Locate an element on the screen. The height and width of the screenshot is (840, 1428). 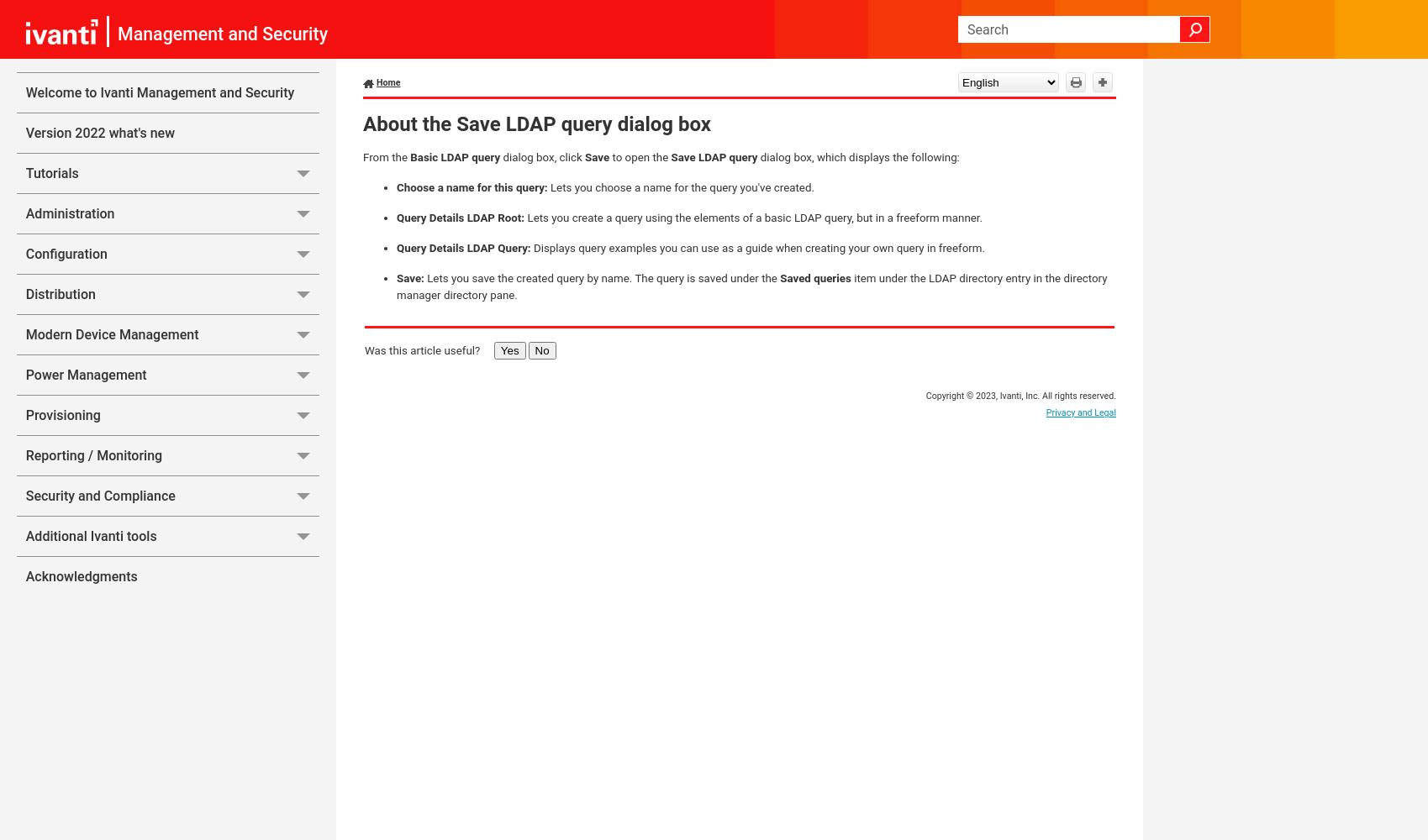
'Ivanti, Inc' is located at coordinates (1018, 395).